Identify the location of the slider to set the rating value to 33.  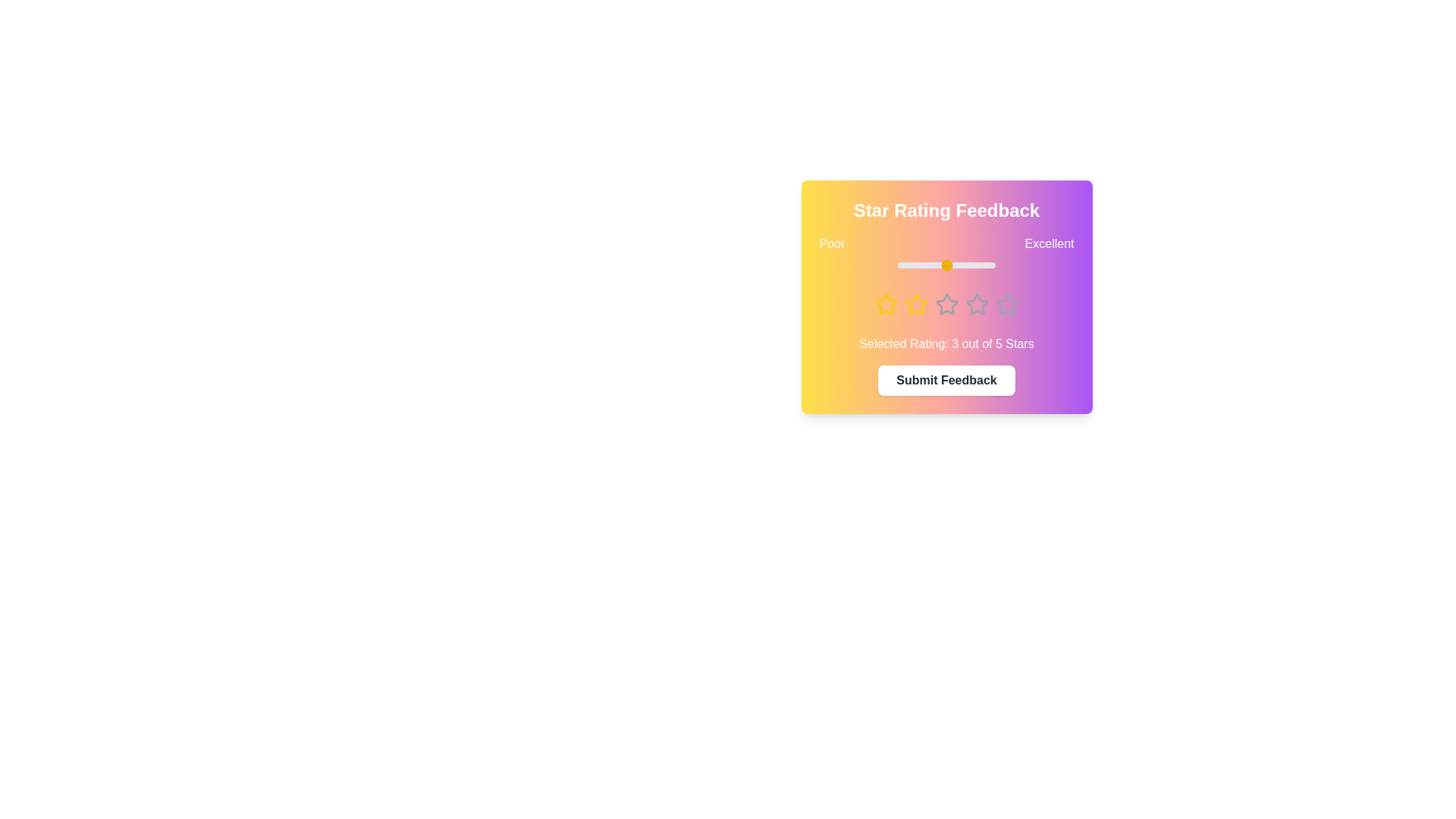
(929, 265).